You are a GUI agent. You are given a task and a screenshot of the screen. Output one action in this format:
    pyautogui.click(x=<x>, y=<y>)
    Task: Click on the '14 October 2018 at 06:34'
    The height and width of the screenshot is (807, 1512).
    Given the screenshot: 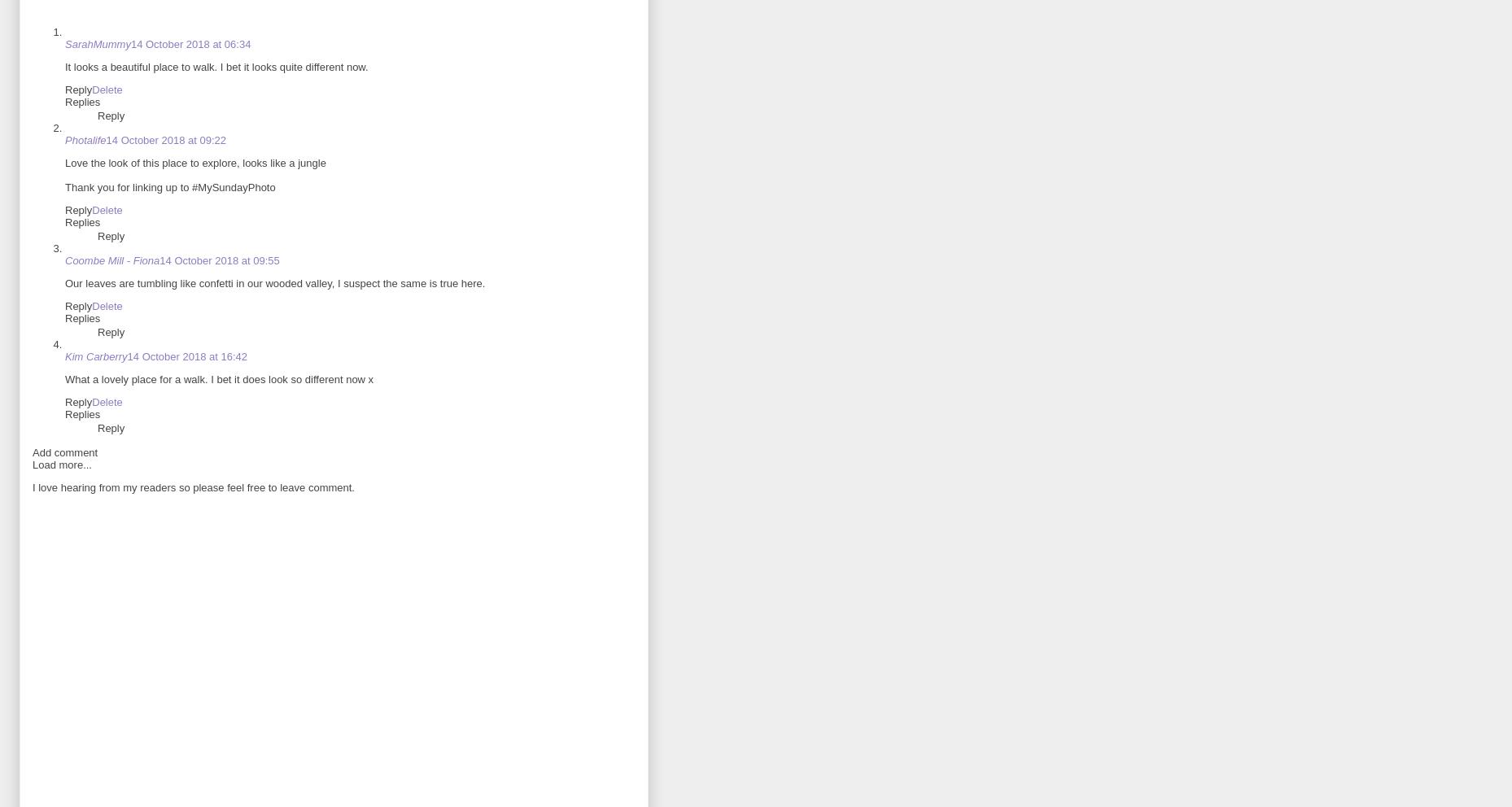 What is the action you would take?
    pyautogui.click(x=189, y=44)
    